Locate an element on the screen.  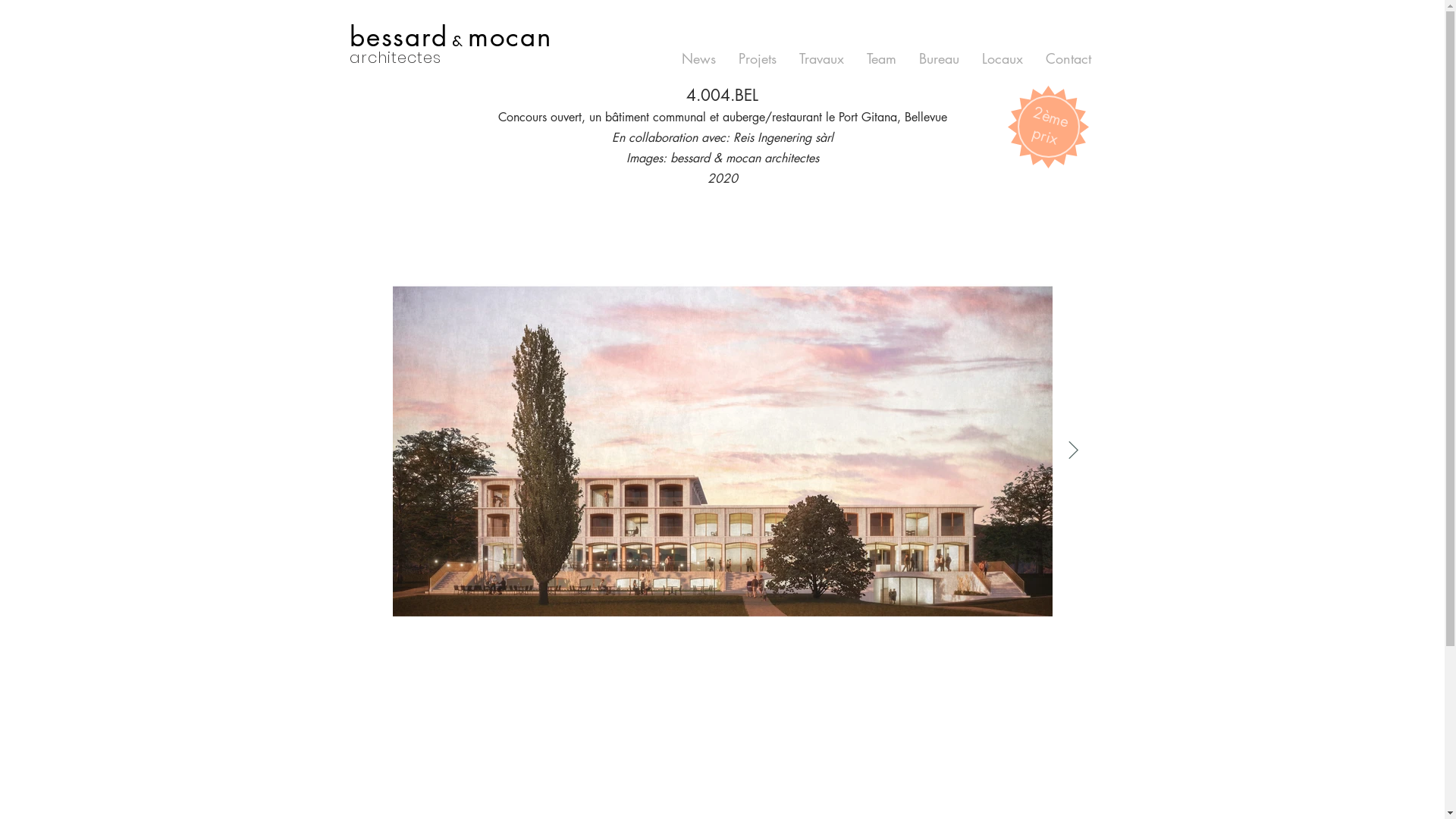
'Contact' is located at coordinates (1033, 58).